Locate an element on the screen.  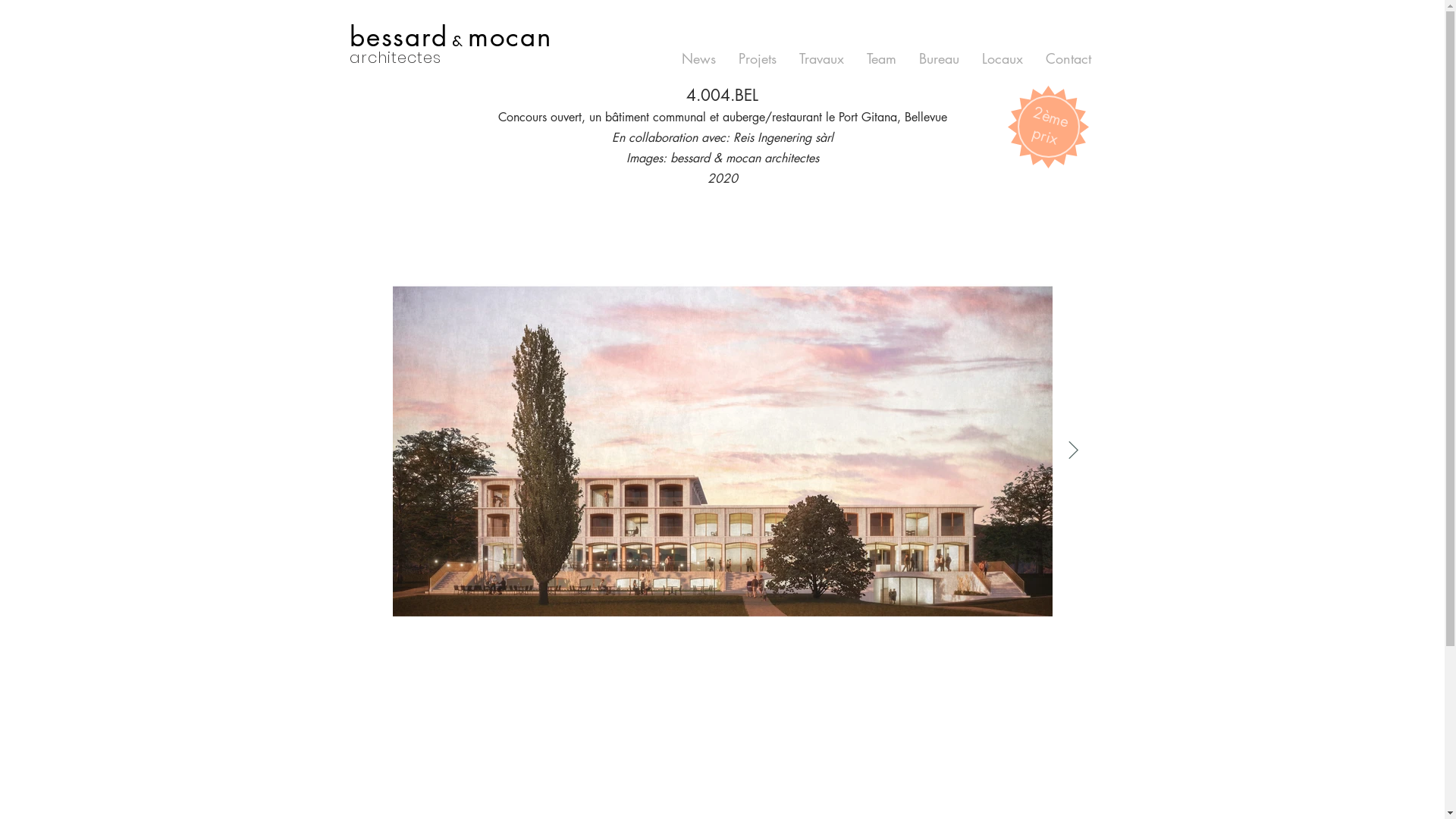
'Contact' is located at coordinates (1033, 58).